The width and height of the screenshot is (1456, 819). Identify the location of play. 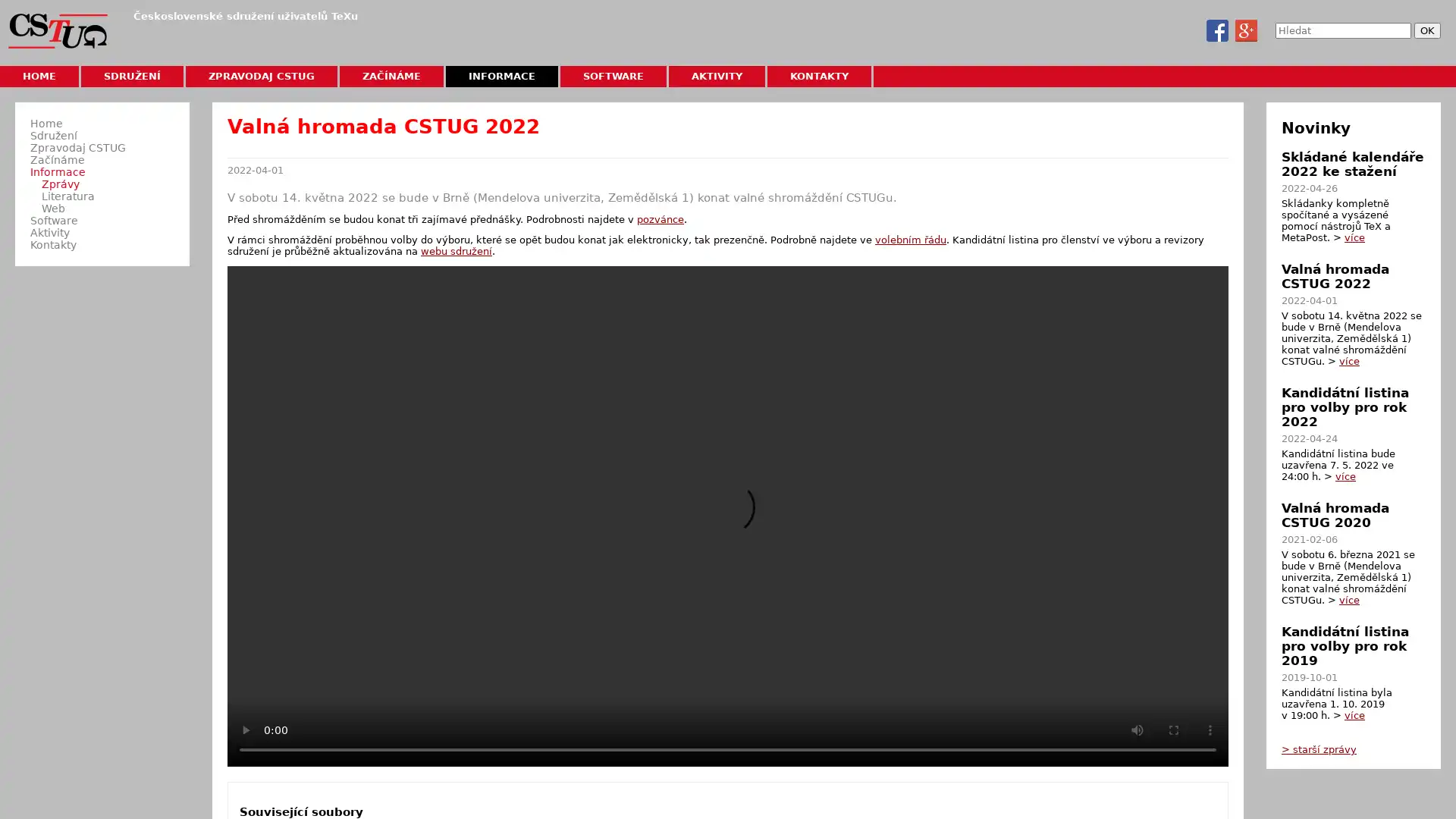
(246, 728).